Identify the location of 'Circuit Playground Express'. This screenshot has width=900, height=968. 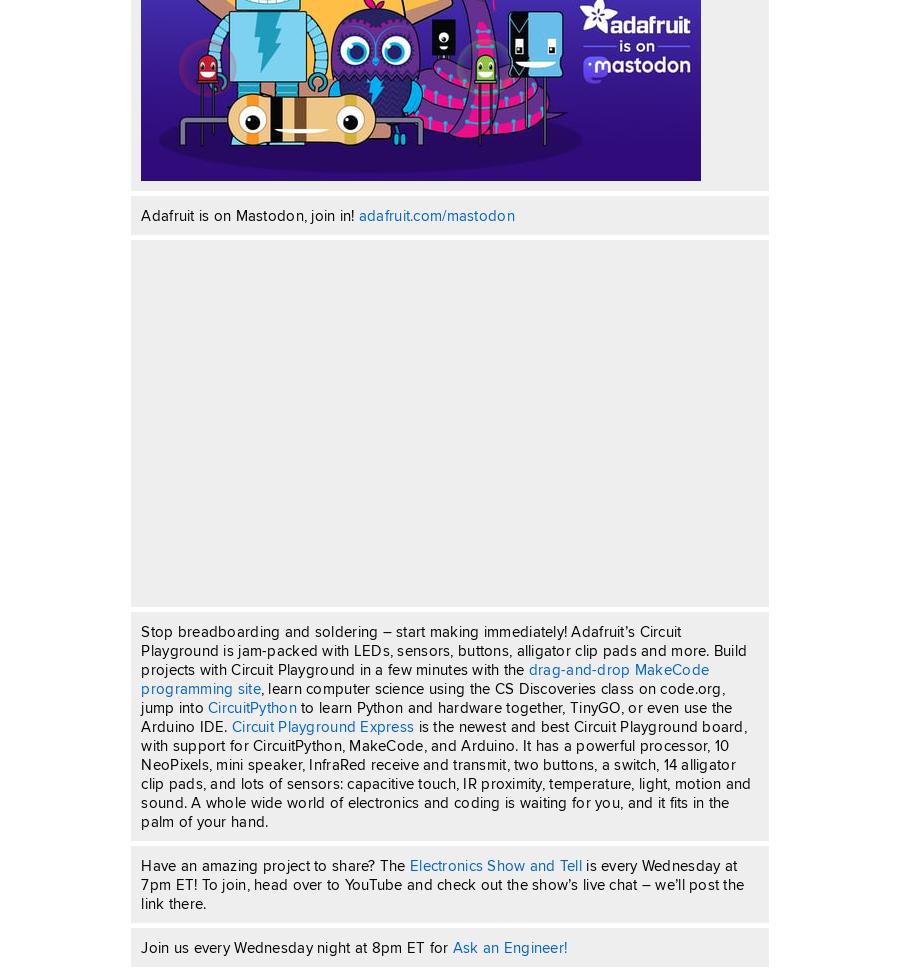
(322, 726).